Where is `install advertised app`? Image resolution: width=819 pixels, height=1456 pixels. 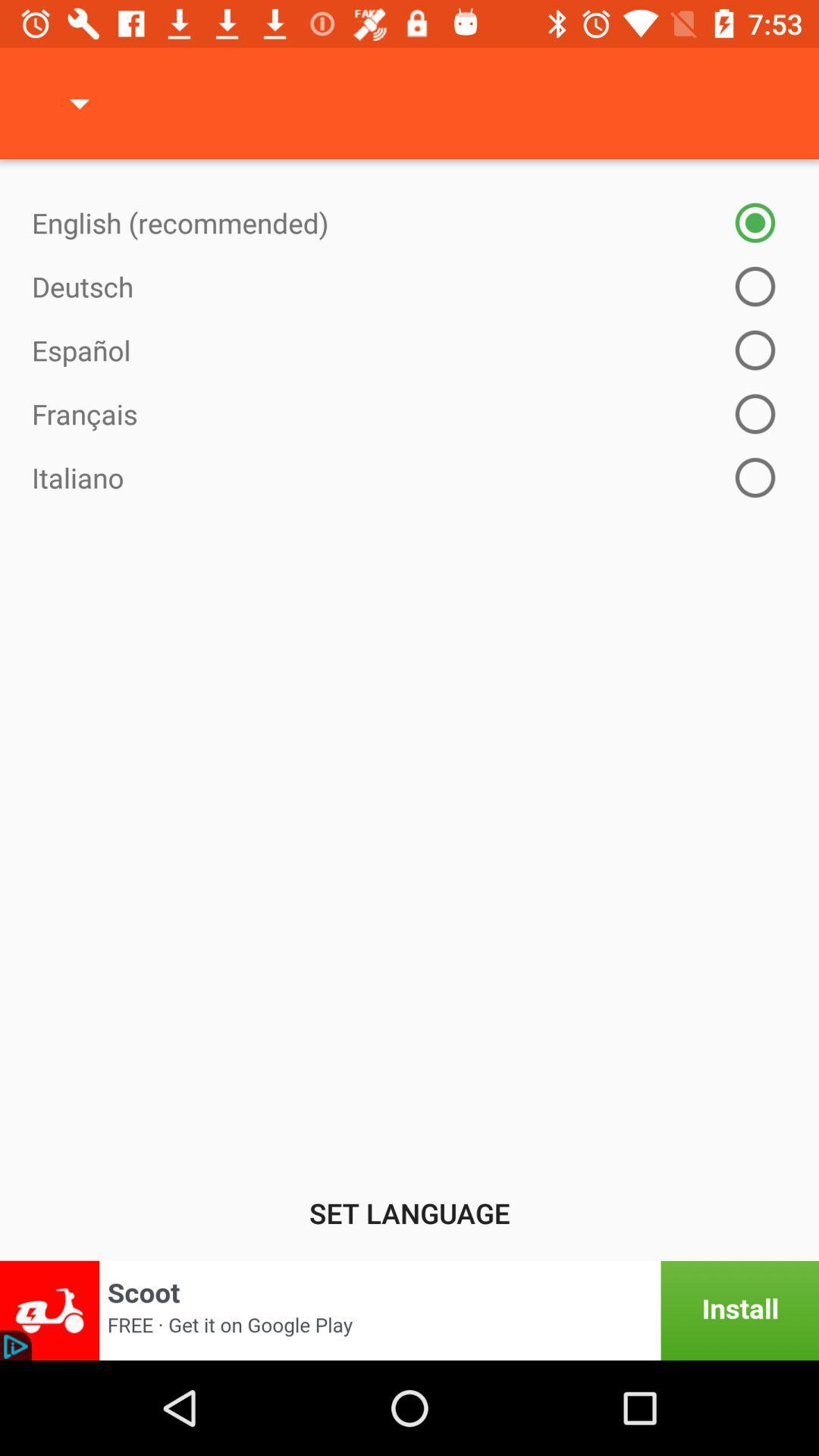 install advertised app is located at coordinates (409, 1310).